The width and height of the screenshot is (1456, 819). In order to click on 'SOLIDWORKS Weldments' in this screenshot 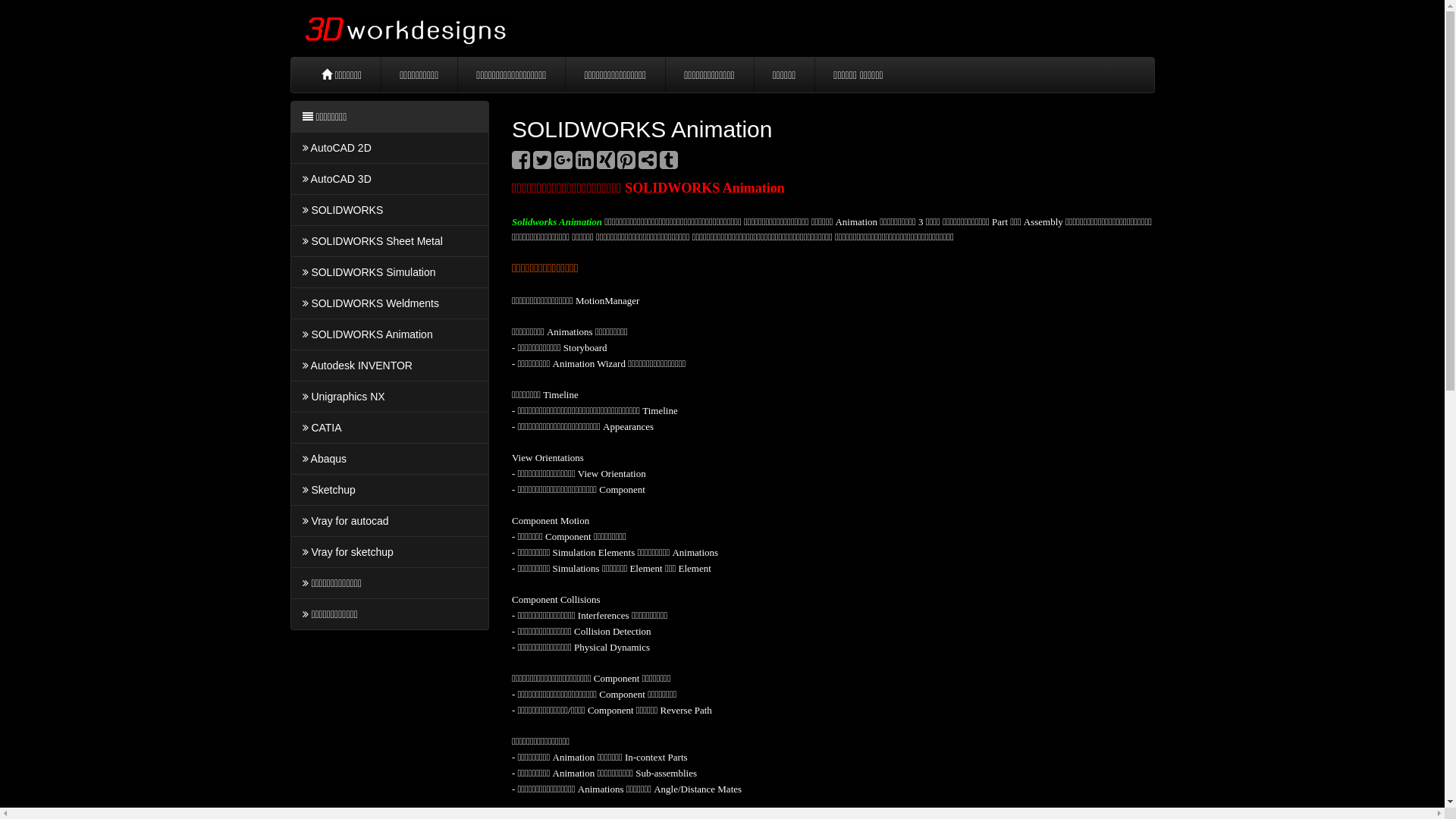, I will do `click(290, 303)`.